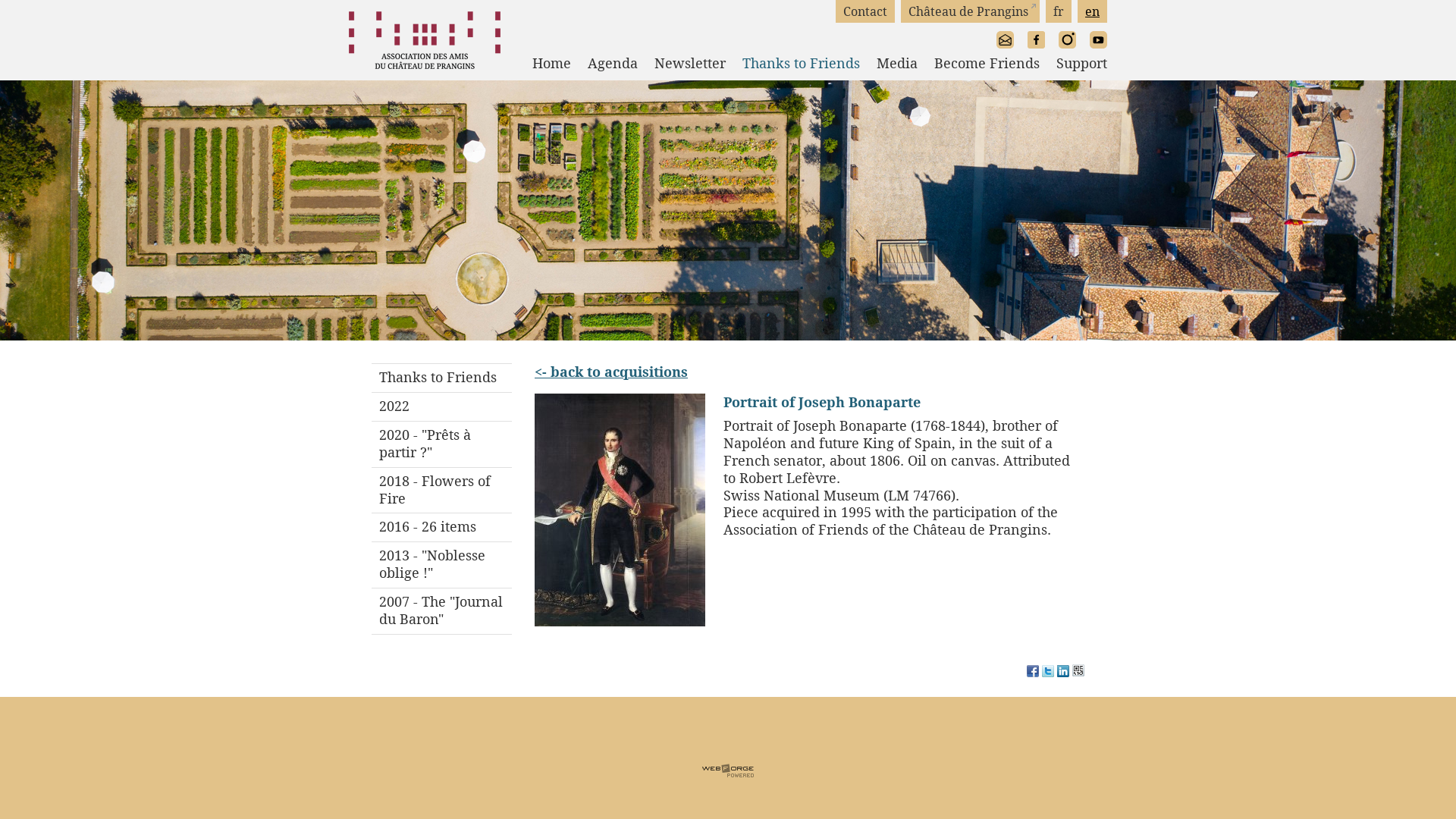  What do you see at coordinates (792, 63) in the screenshot?
I see `'Thanks to Friends'` at bounding box center [792, 63].